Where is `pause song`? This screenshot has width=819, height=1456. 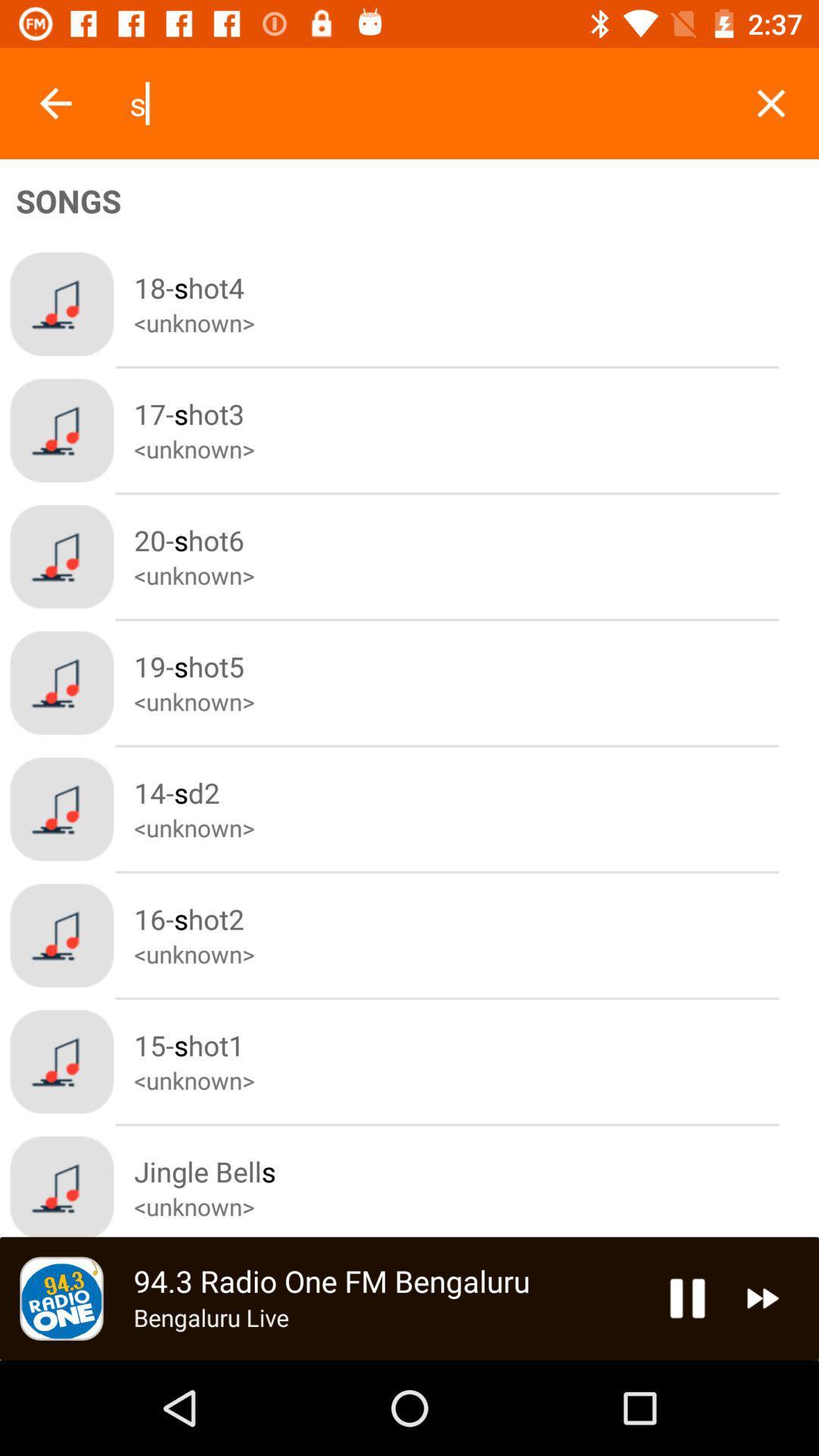
pause song is located at coordinates (687, 1298).